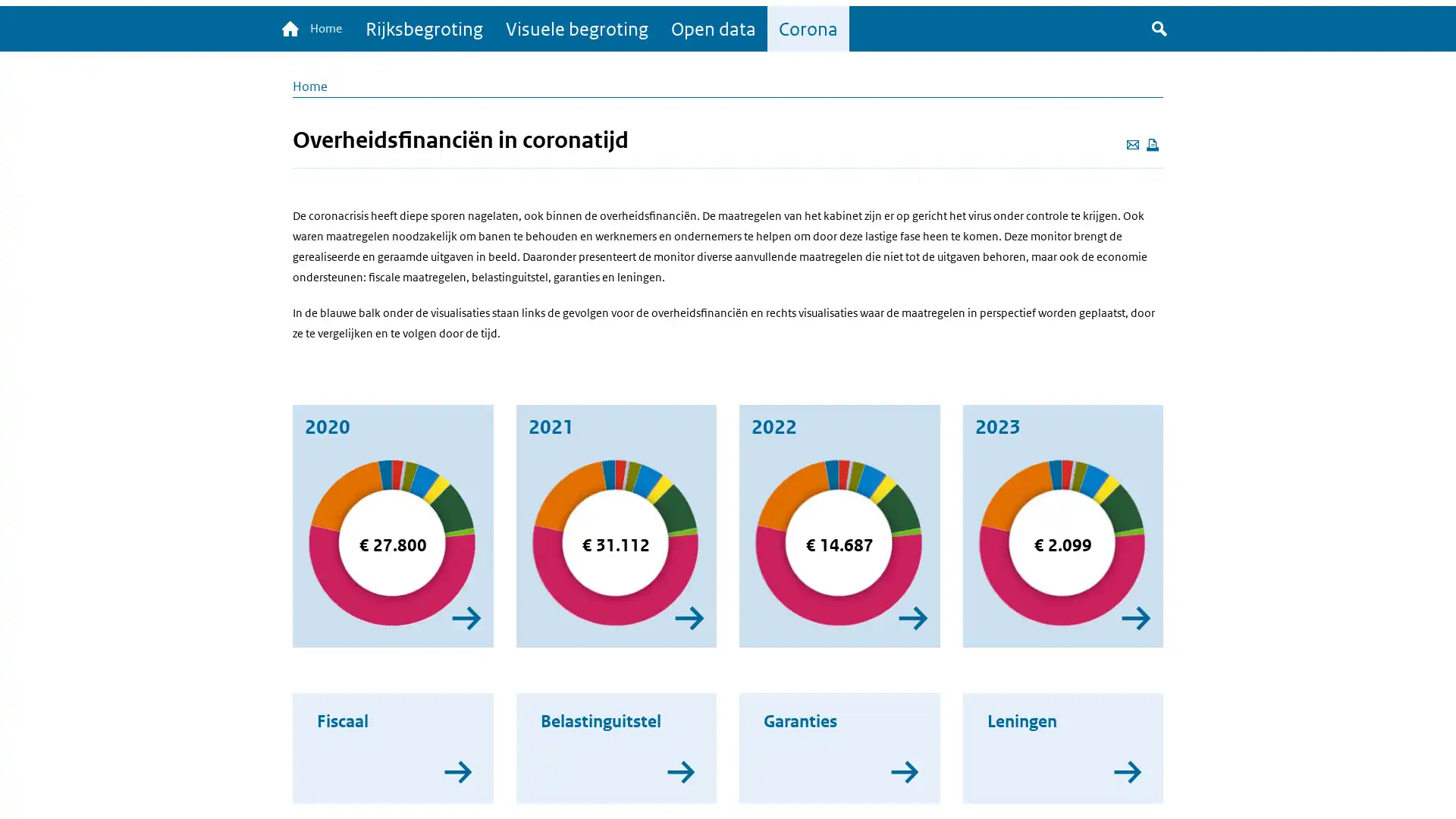 This screenshot has width=1456, height=819. What do you see at coordinates (1153, 146) in the screenshot?
I see `Deze pagina afdrukken` at bounding box center [1153, 146].